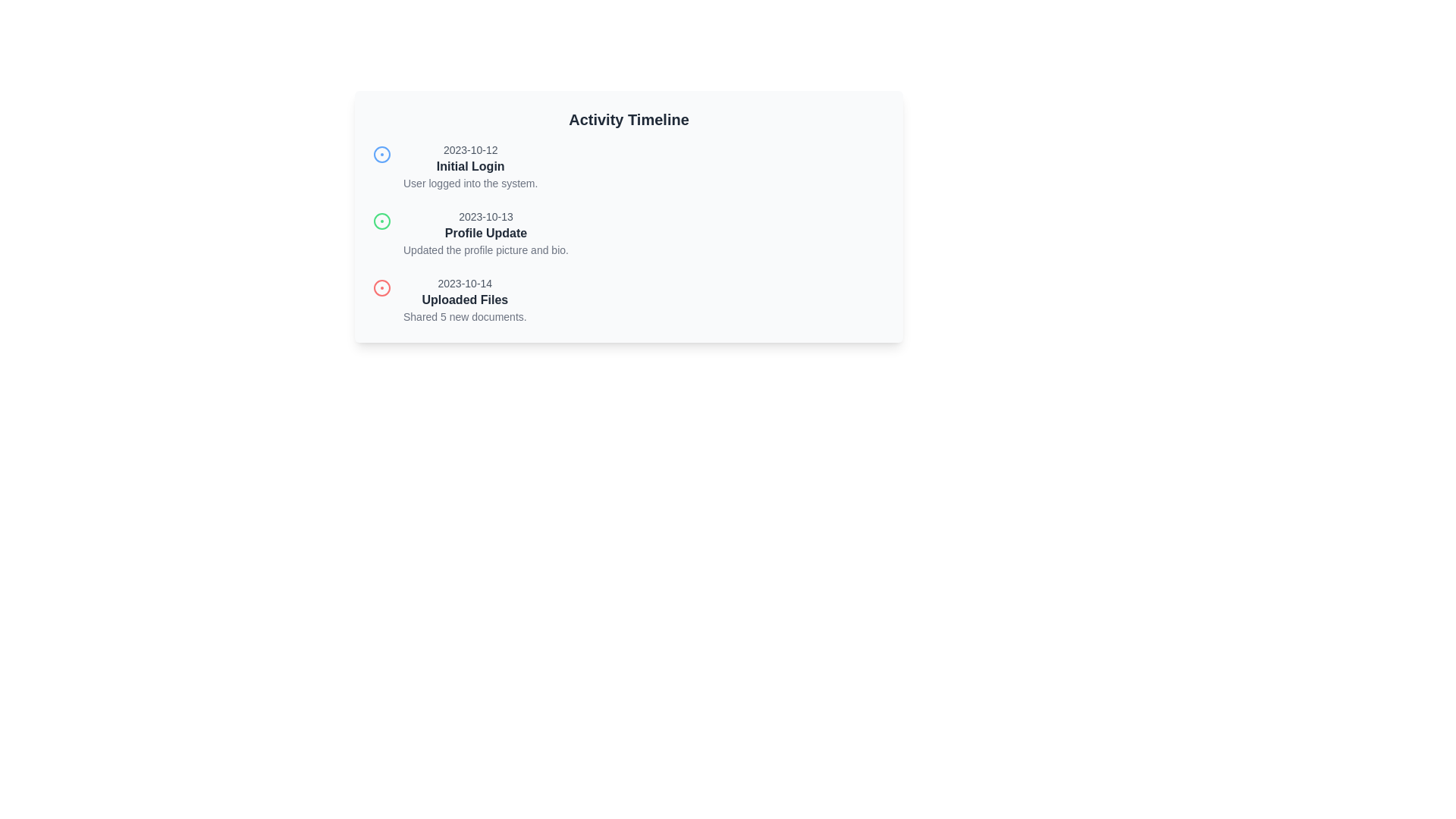 The width and height of the screenshot is (1456, 819). What do you see at coordinates (485, 249) in the screenshot?
I see `the small gray text label that reads 'Updated the profile picture and bio.' located beneath the 'Profile Update' header in the activity logs section` at bounding box center [485, 249].